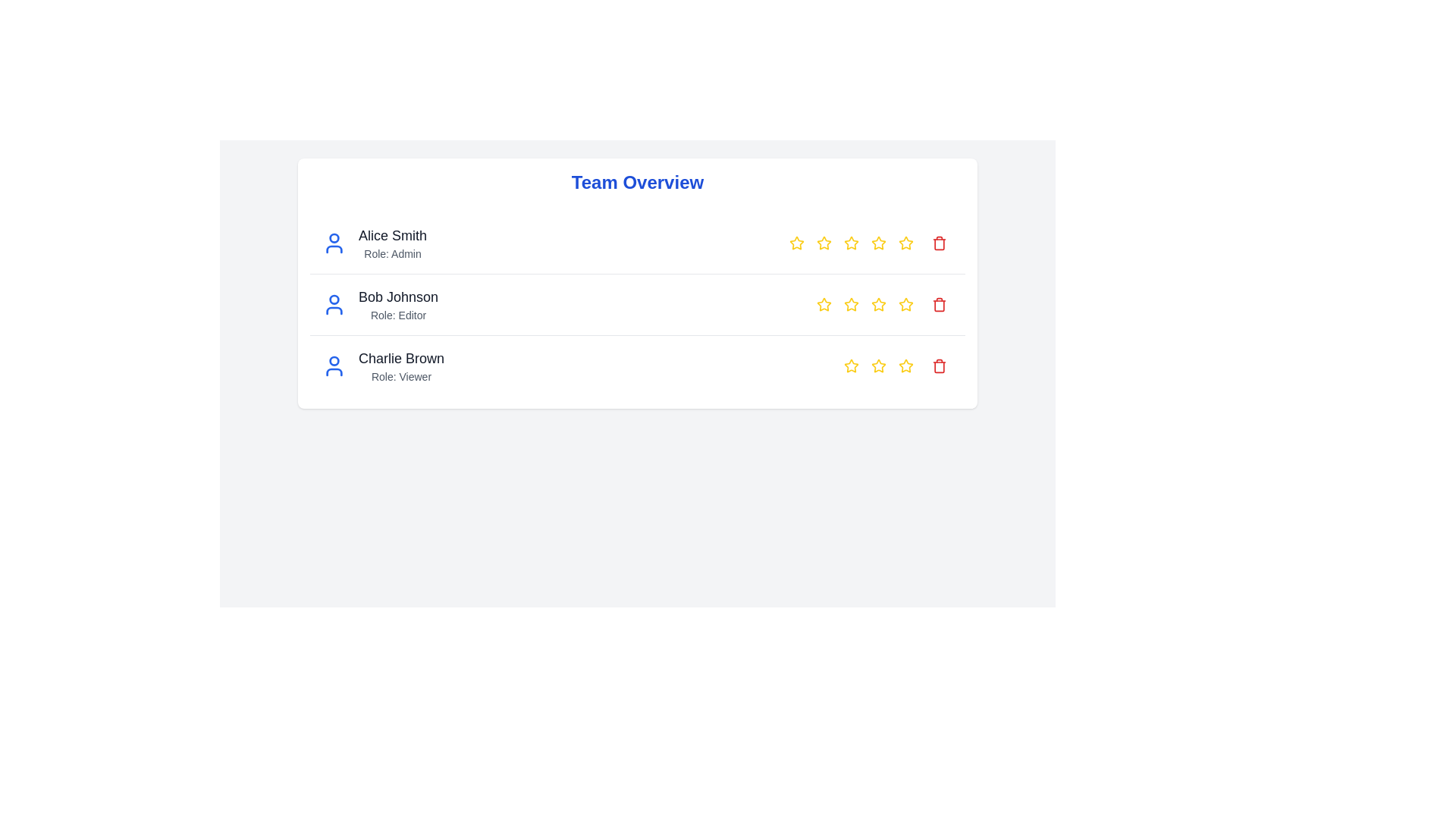 The image size is (1456, 819). Describe the element at coordinates (878, 242) in the screenshot. I see `the fifth star rating icon in the top row` at that location.